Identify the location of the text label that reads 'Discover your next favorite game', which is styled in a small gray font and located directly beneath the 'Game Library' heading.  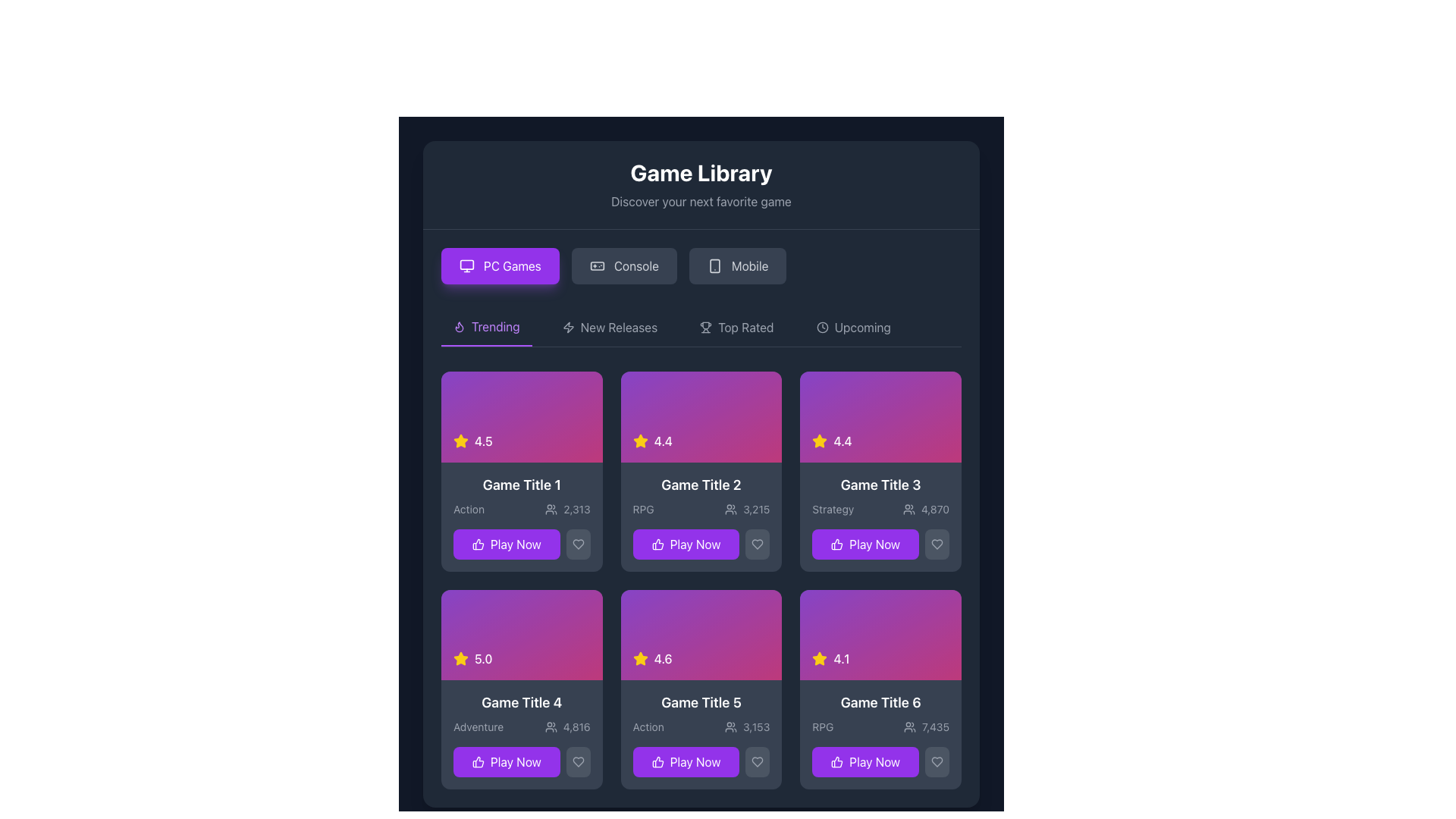
(701, 201).